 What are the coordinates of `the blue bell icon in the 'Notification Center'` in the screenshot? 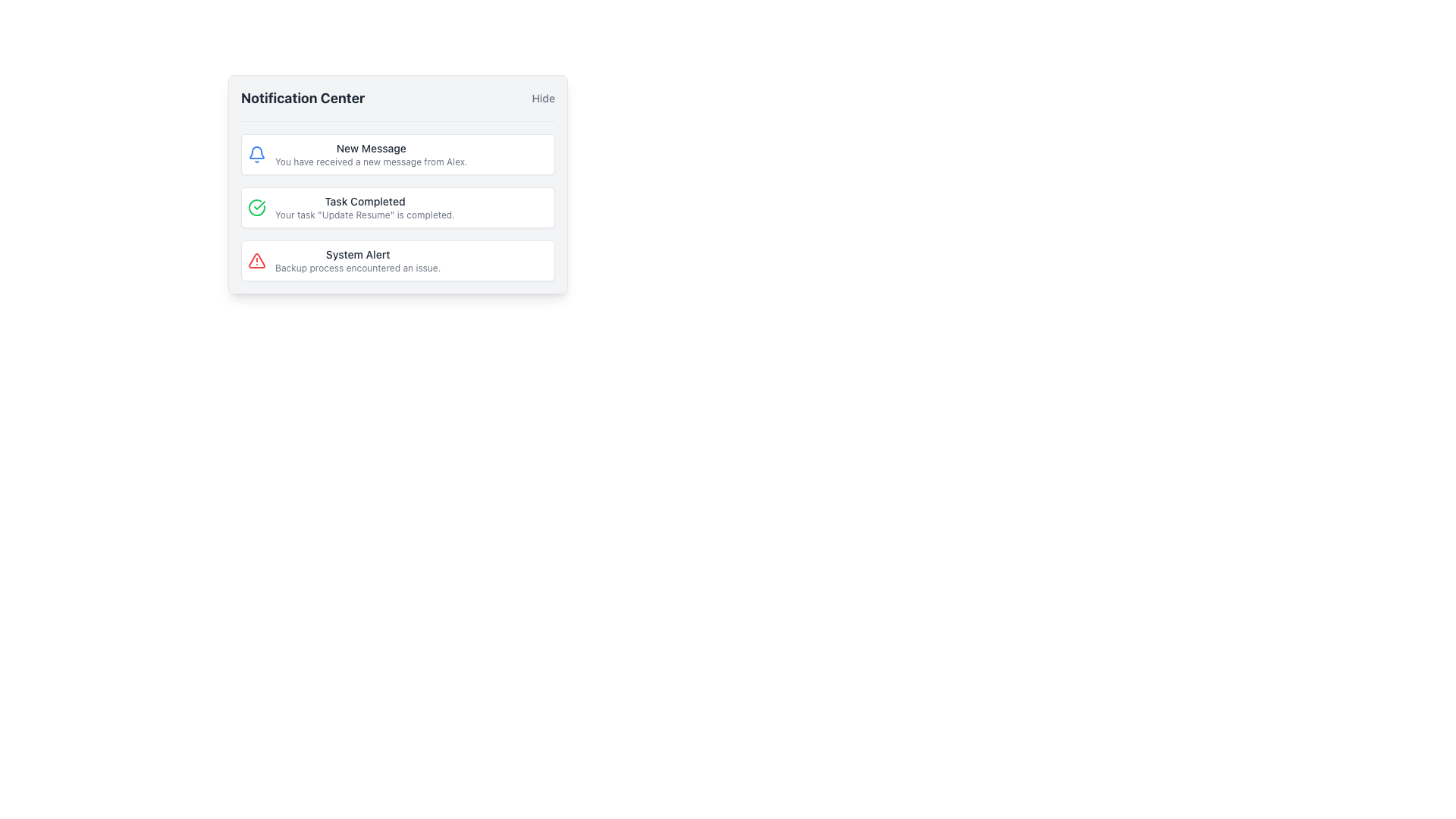 It's located at (257, 155).